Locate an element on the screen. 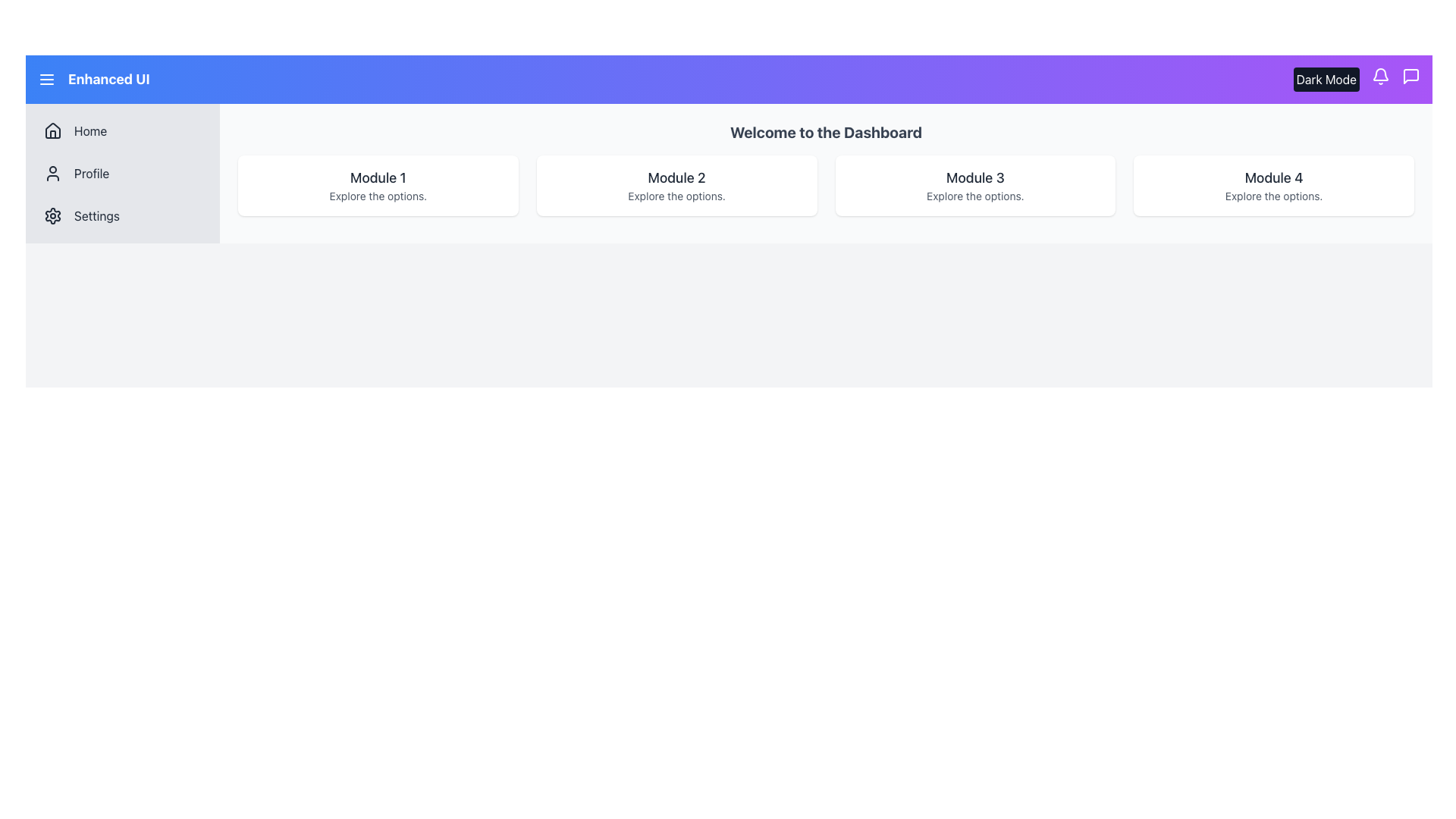  the profile button located in the left sidebar, which is the second item in the vertical menu between 'Home' and 'Settings' is located at coordinates (123, 172).